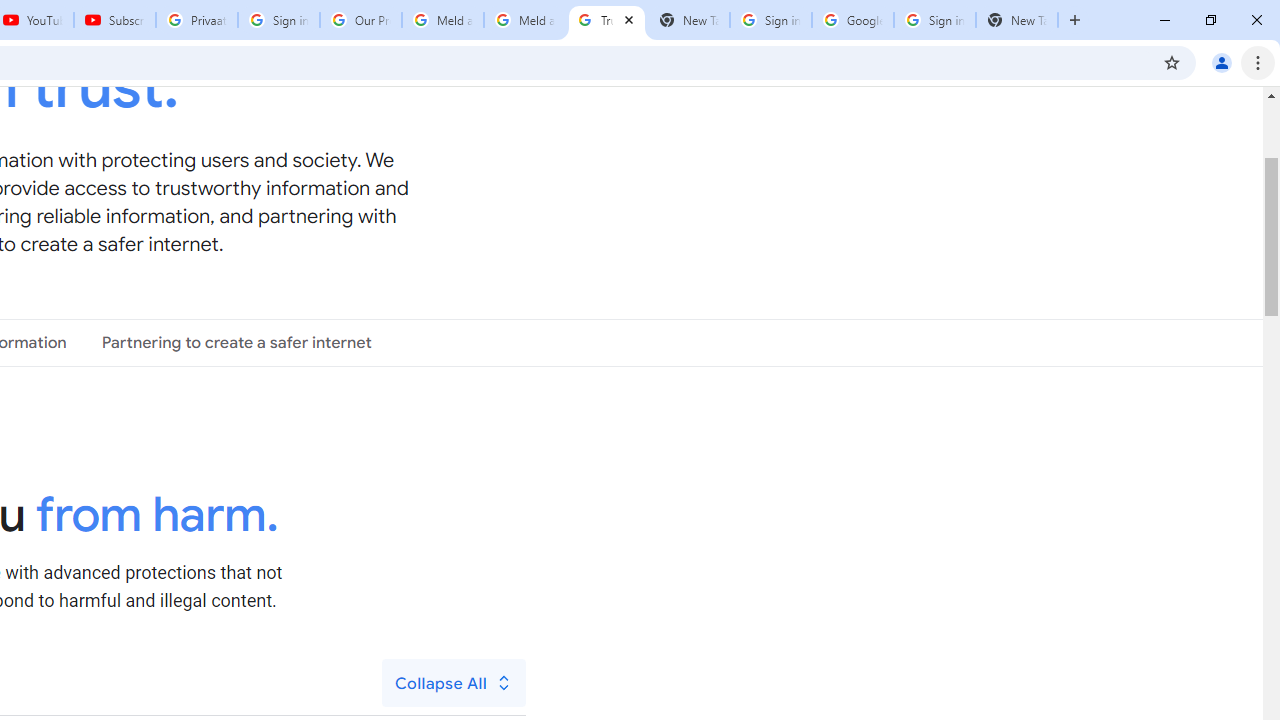 The height and width of the screenshot is (720, 1280). Describe the element at coordinates (934, 20) in the screenshot. I see `'Sign in - Google Accounts'` at that location.